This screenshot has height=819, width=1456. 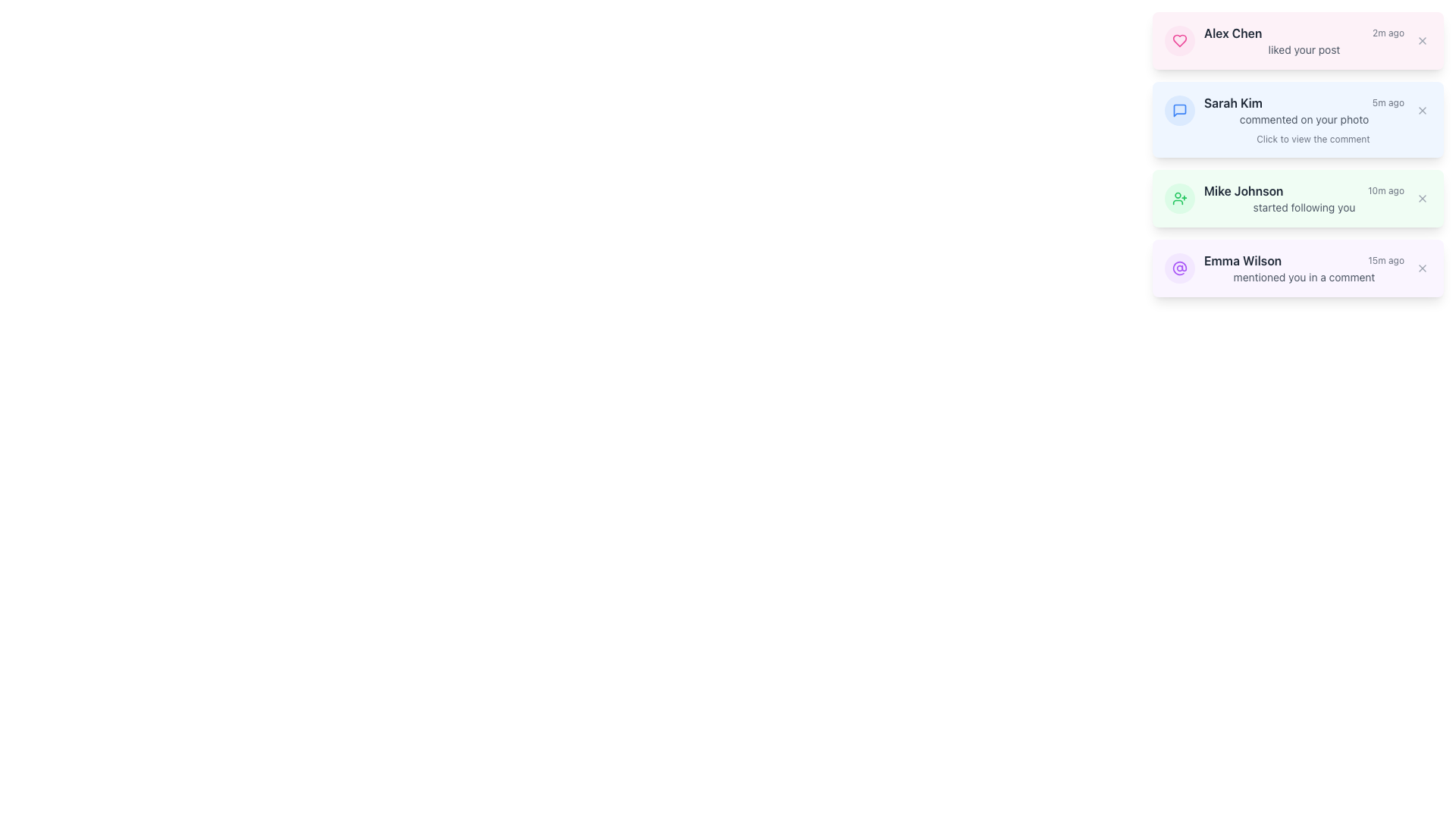 I want to click on the follow icon located to the left of the text 'Mike Johnson started following you' in the notification card with a light green background, so click(x=1178, y=198).